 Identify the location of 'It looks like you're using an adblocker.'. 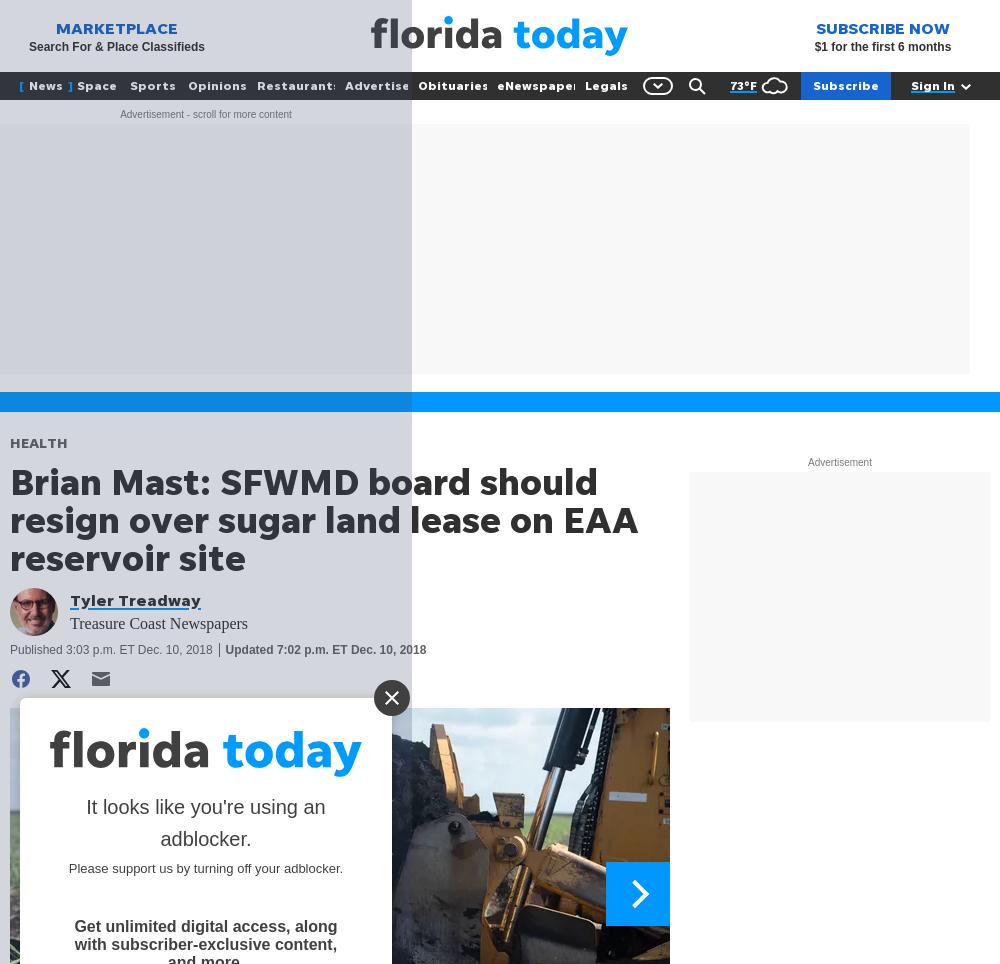
(204, 821).